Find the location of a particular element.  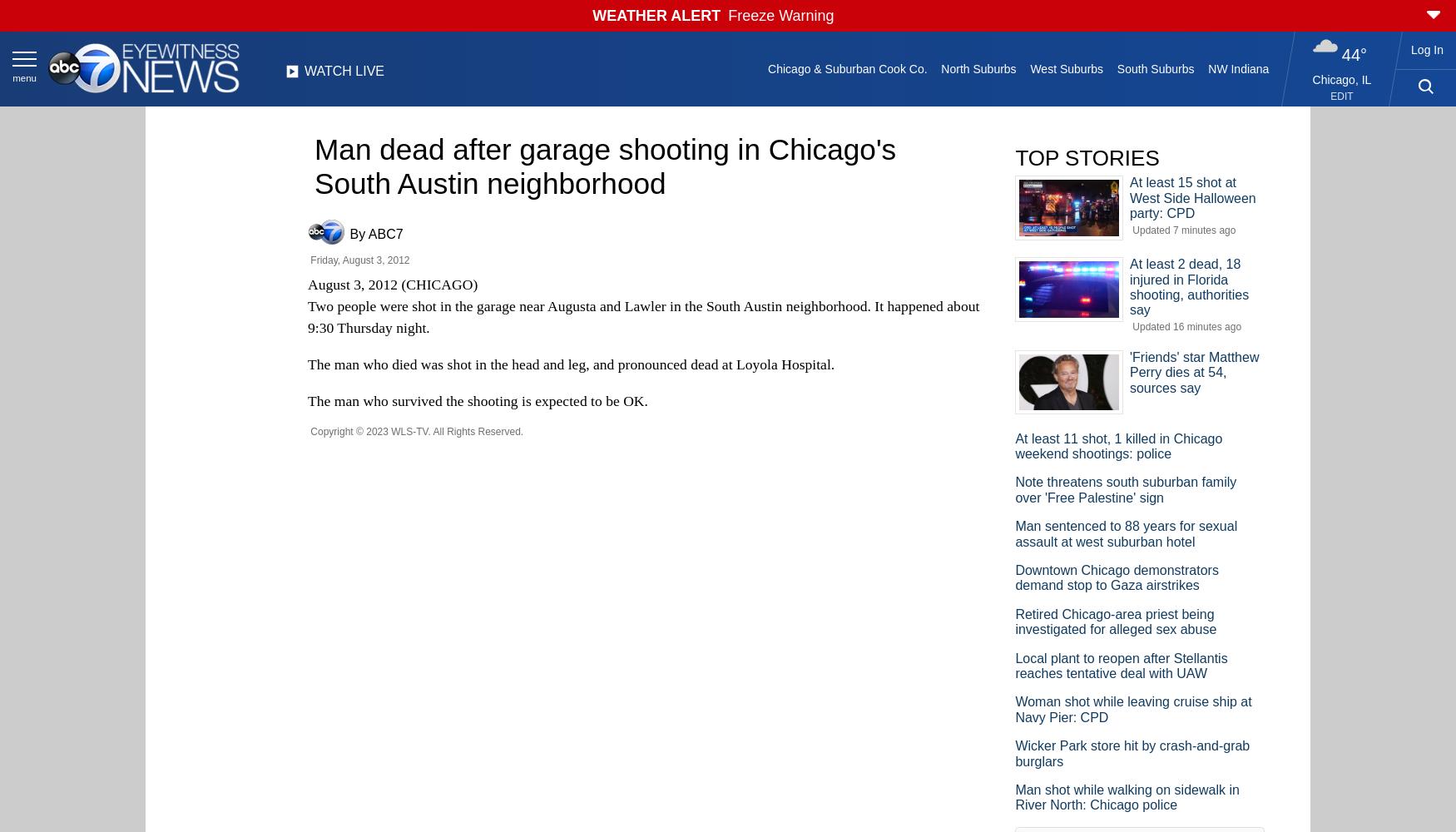

'Chicago, IL' is located at coordinates (1341, 79).